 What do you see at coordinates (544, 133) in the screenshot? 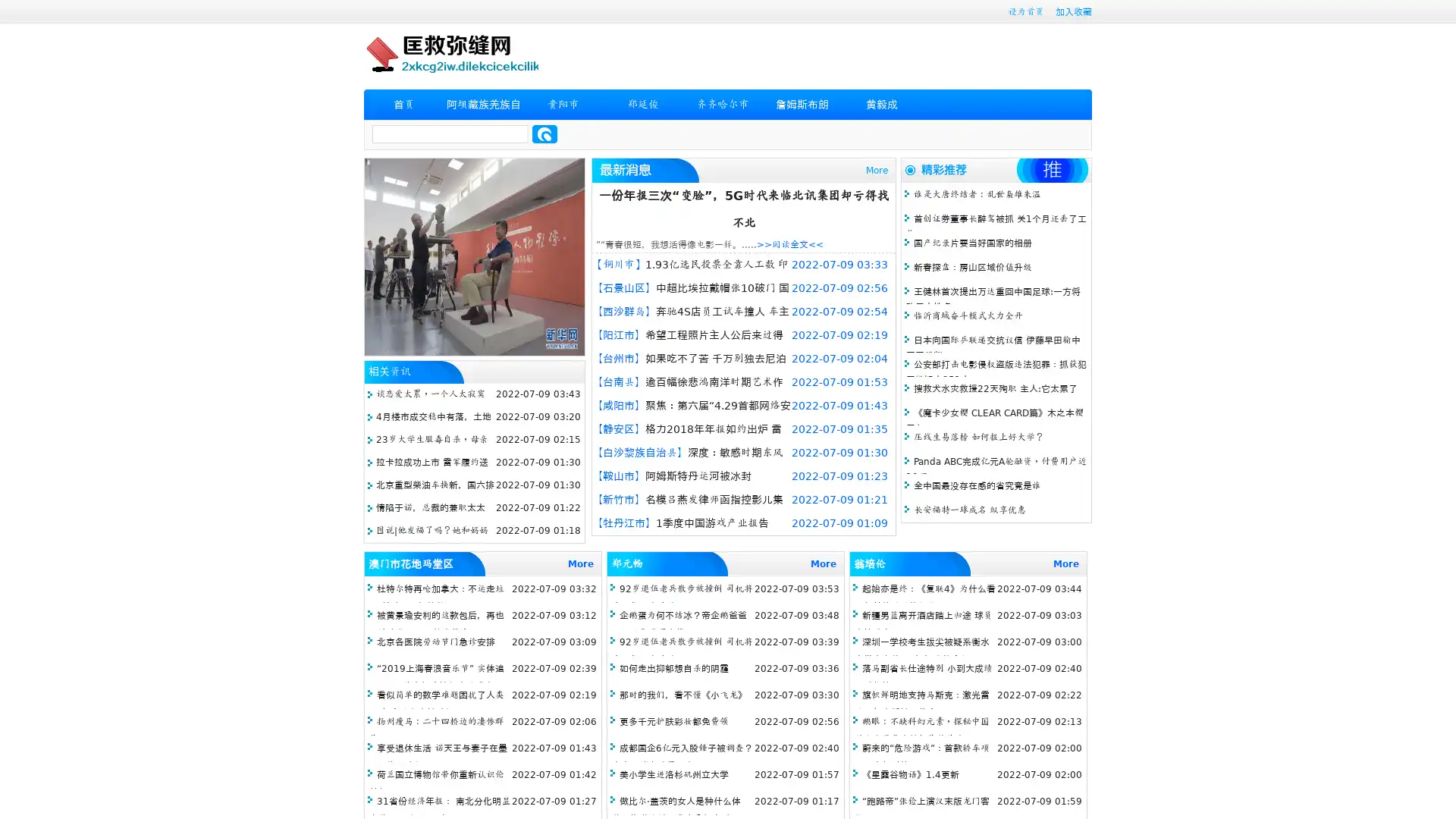
I see `Search` at bounding box center [544, 133].